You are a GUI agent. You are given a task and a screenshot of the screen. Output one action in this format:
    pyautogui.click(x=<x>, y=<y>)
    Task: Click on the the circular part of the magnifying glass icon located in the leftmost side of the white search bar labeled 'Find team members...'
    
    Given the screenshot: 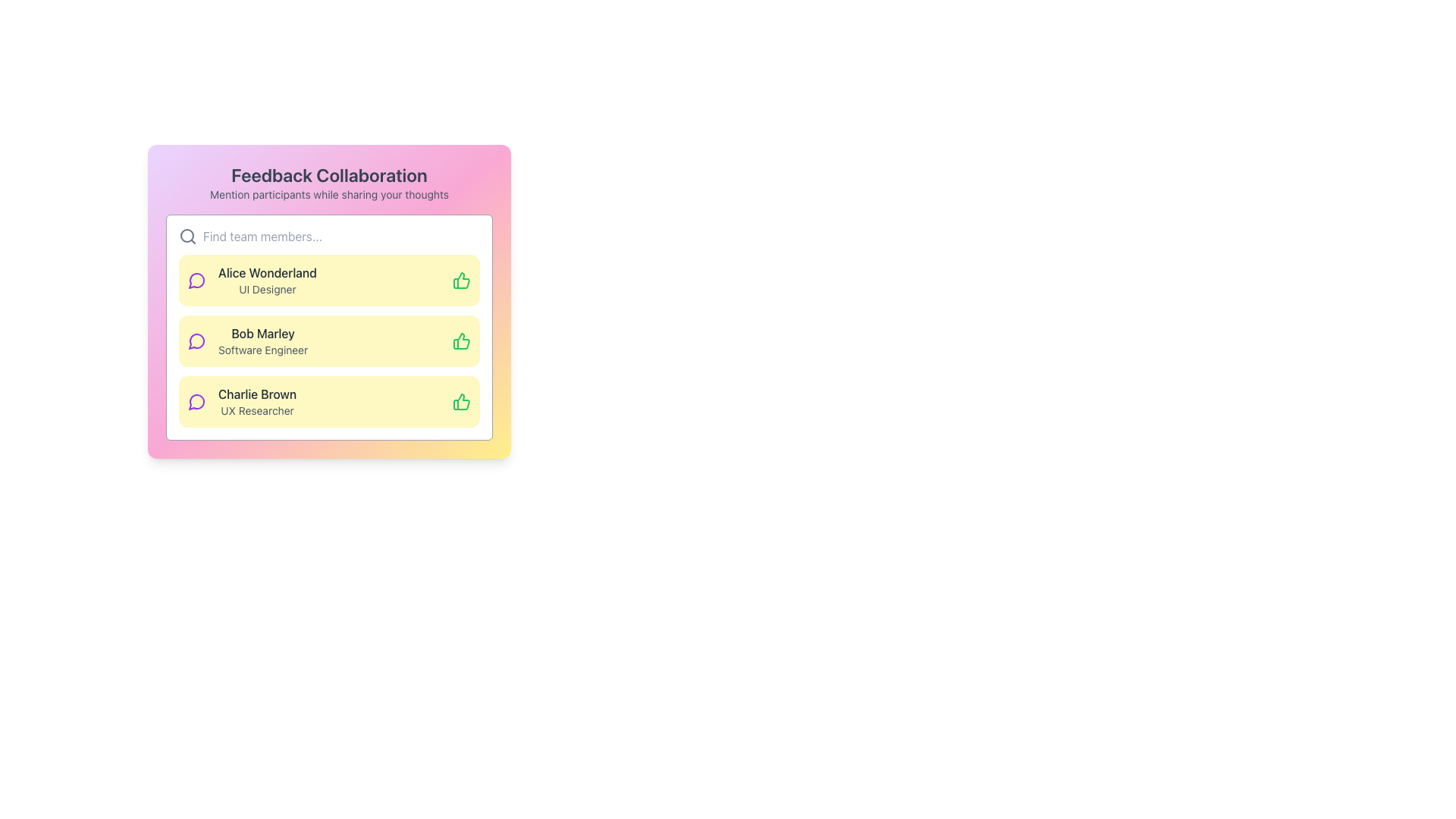 What is the action you would take?
    pyautogui.click(x=186, y=236)
    